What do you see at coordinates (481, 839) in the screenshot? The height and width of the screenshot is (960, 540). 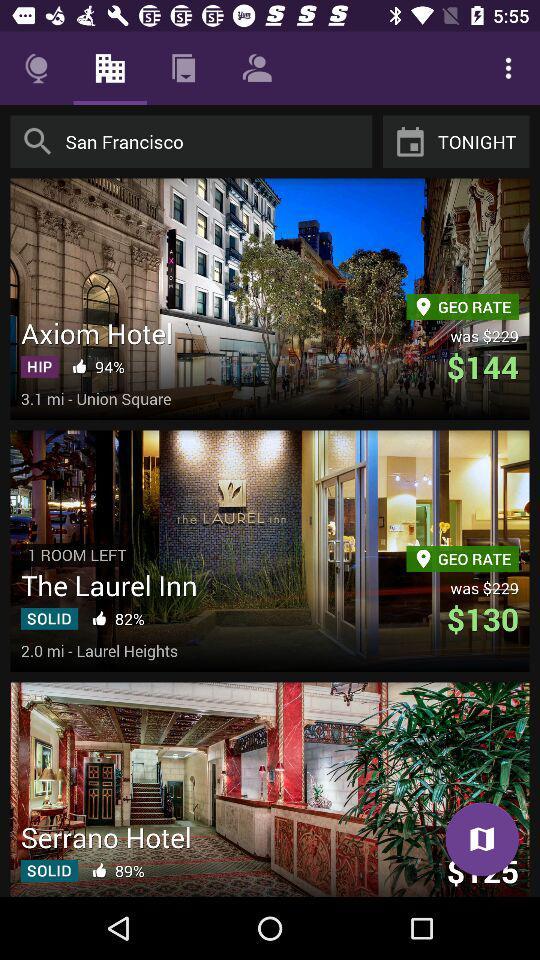 I see `the book icon` at bounding box center [481, 839].